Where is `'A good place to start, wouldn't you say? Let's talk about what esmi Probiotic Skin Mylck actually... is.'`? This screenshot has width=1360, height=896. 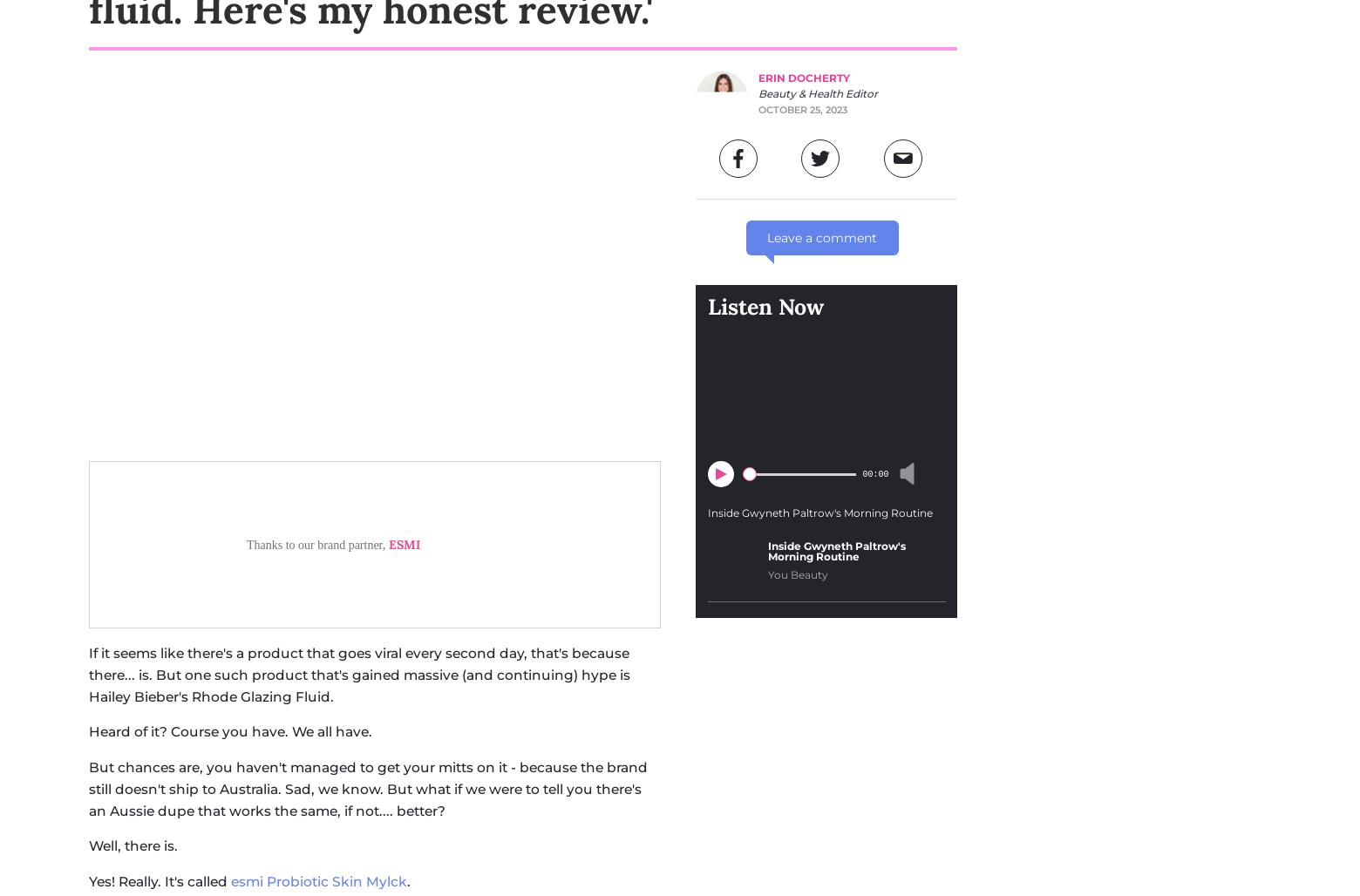 'A good place to start, wouldn't you say? Let's talk about what esmi Probiotic Skin Mylck actually... is.' is located at coordinates (365, 512).